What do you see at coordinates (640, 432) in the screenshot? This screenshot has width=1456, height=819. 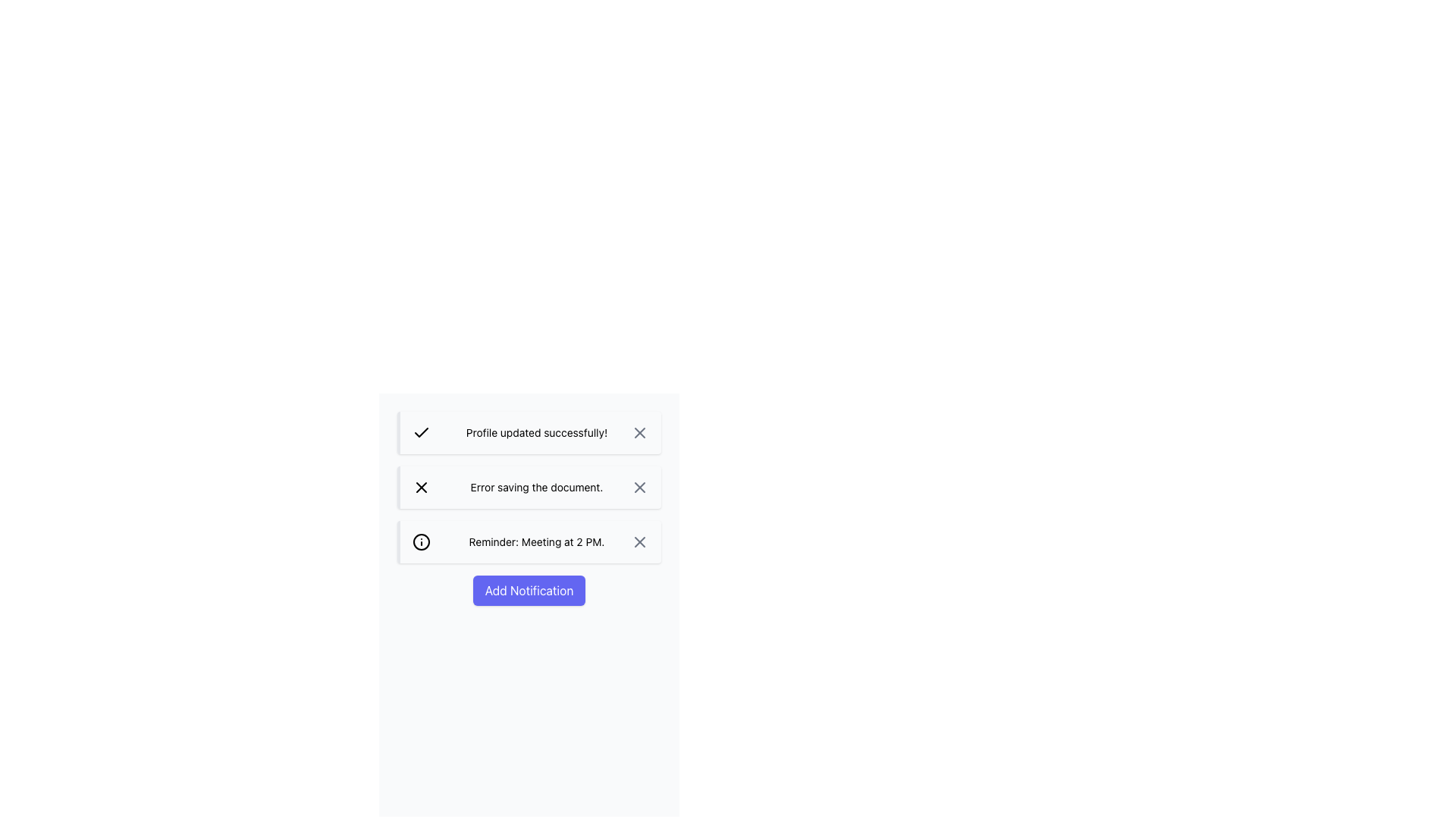 I see `the Close button (interactive icon) located at the rightmost side of the notification bar displaying 'Profile updated successfully!' to observe the hover effect` at bounding box center [640, 432].